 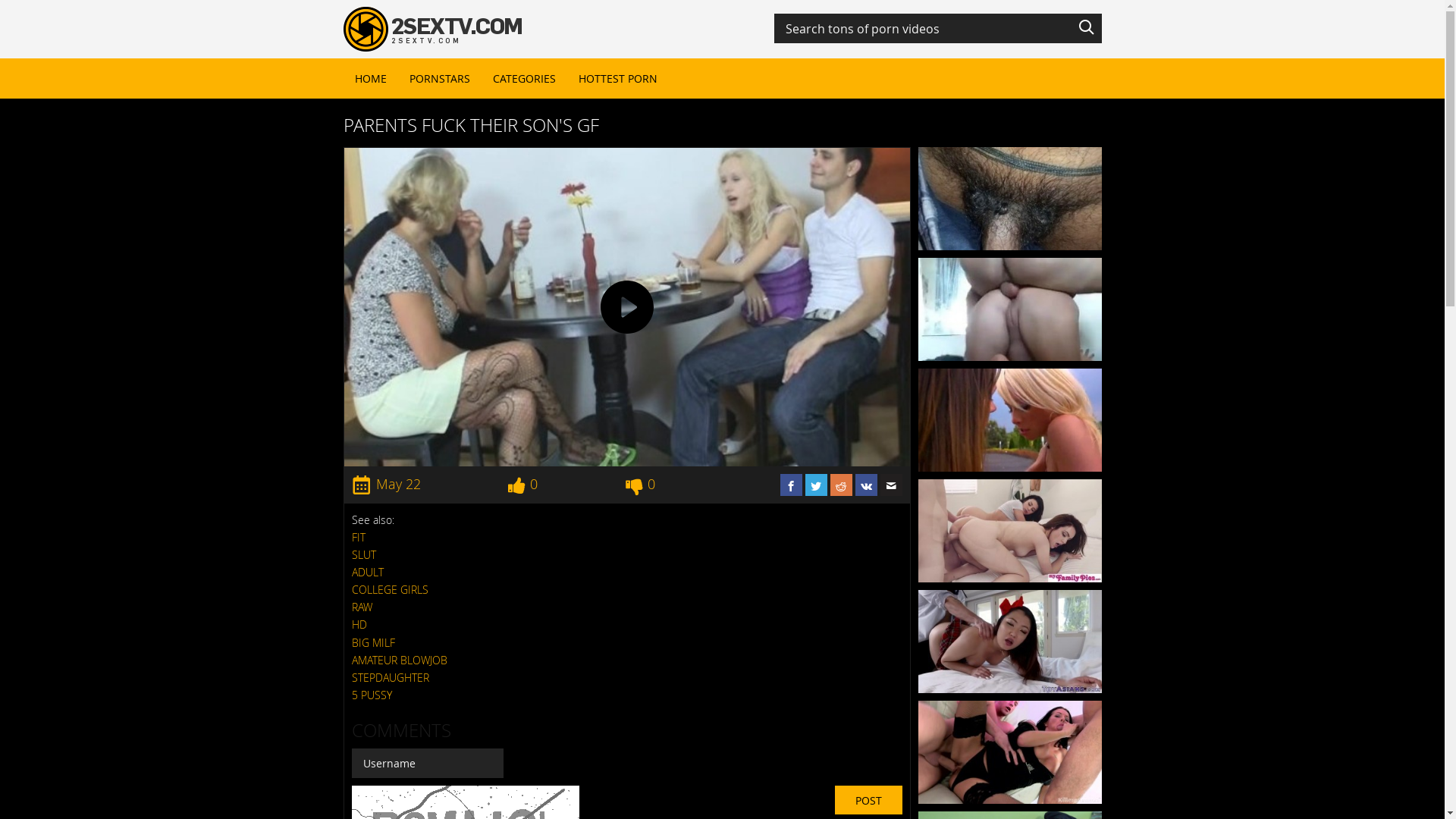 What do you see at coordinates (370, 78) in the screenshot?
I see `'HOME'` at bounding box center [370, 78].